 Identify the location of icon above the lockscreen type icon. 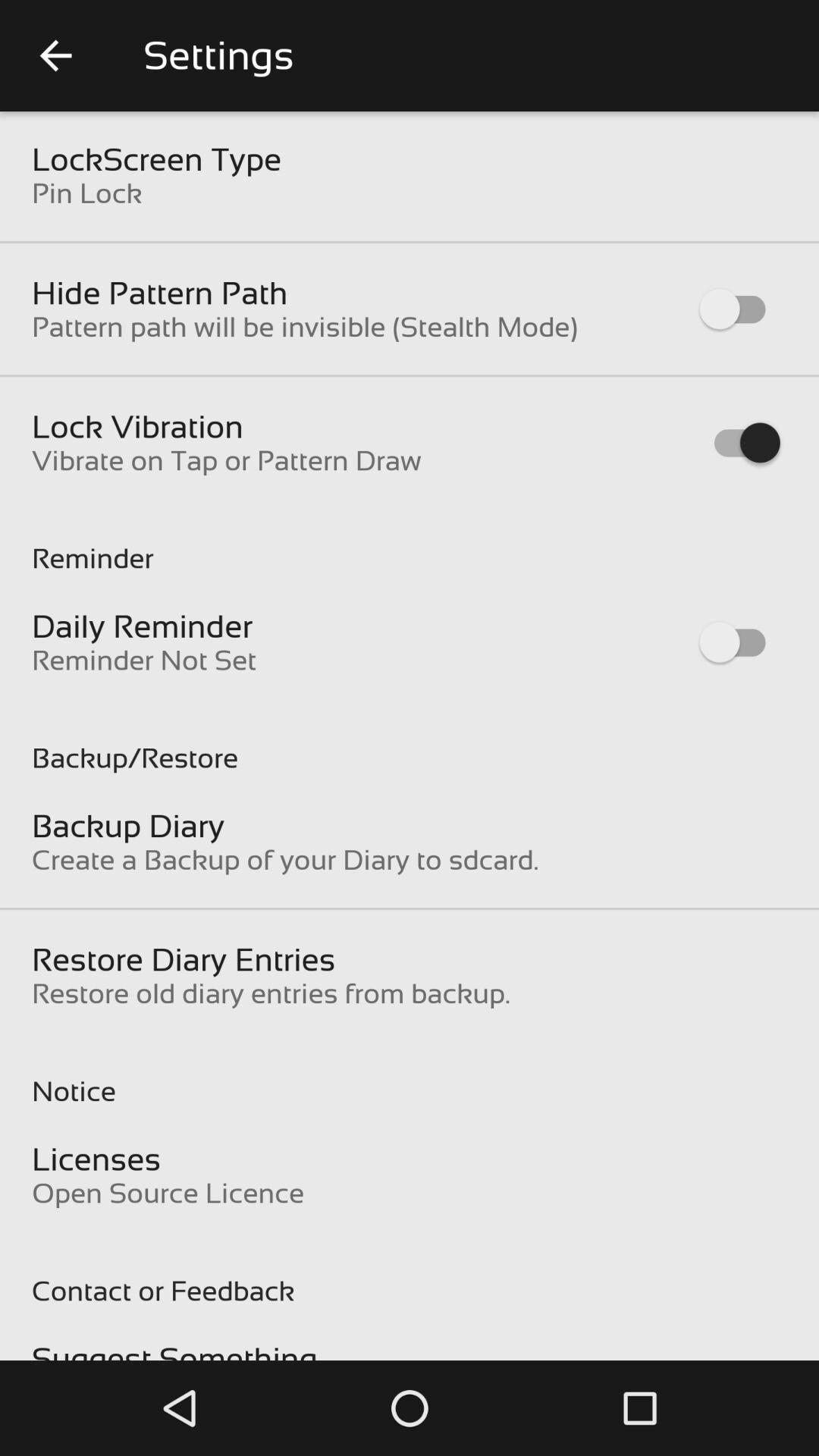
(55, 55).